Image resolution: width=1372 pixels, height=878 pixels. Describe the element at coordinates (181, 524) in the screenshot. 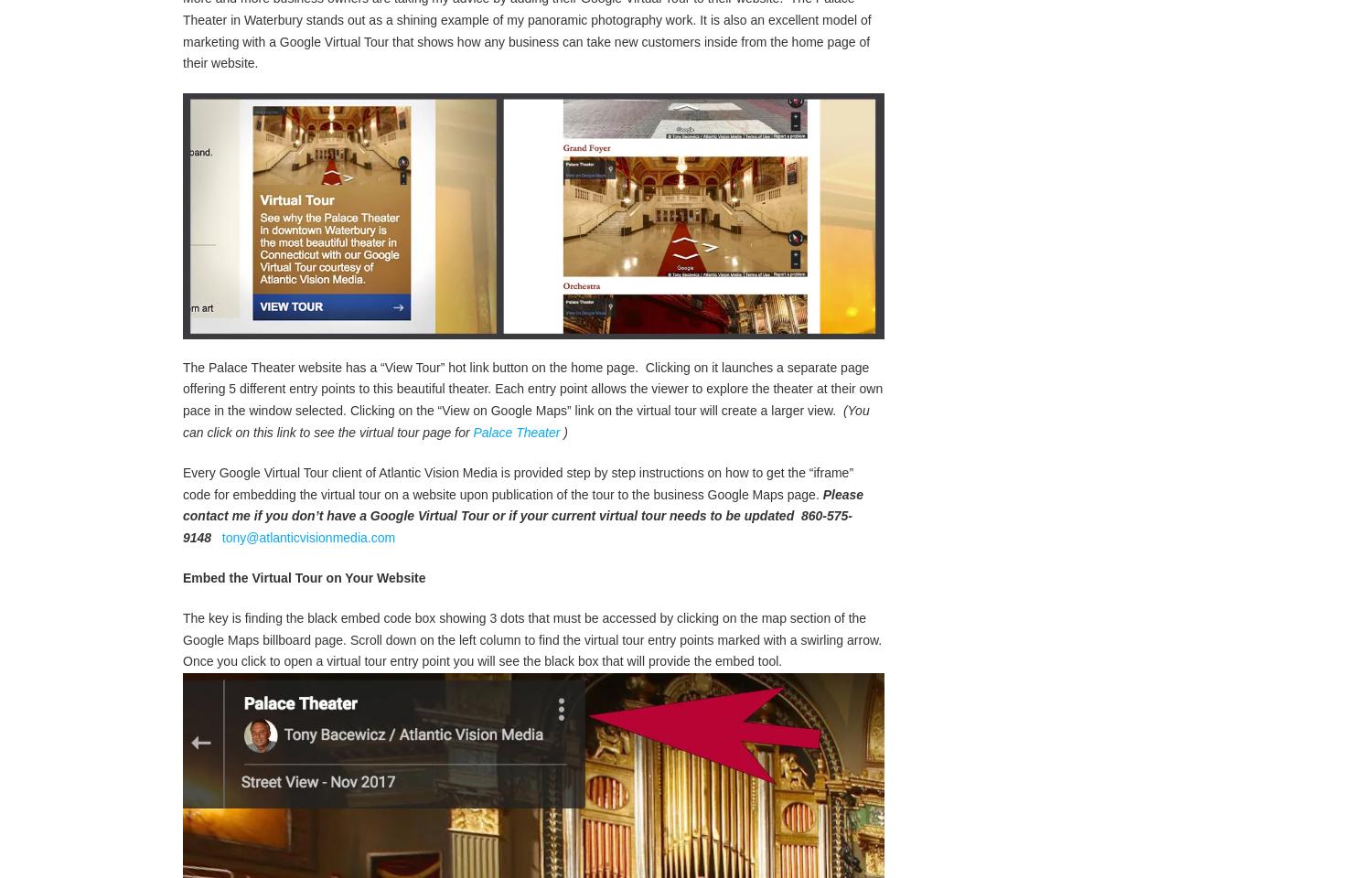

I see `'Please contact me if you don’t have a Google Virtual Tour or if your current virtual tour needs to be updated'` at that location.